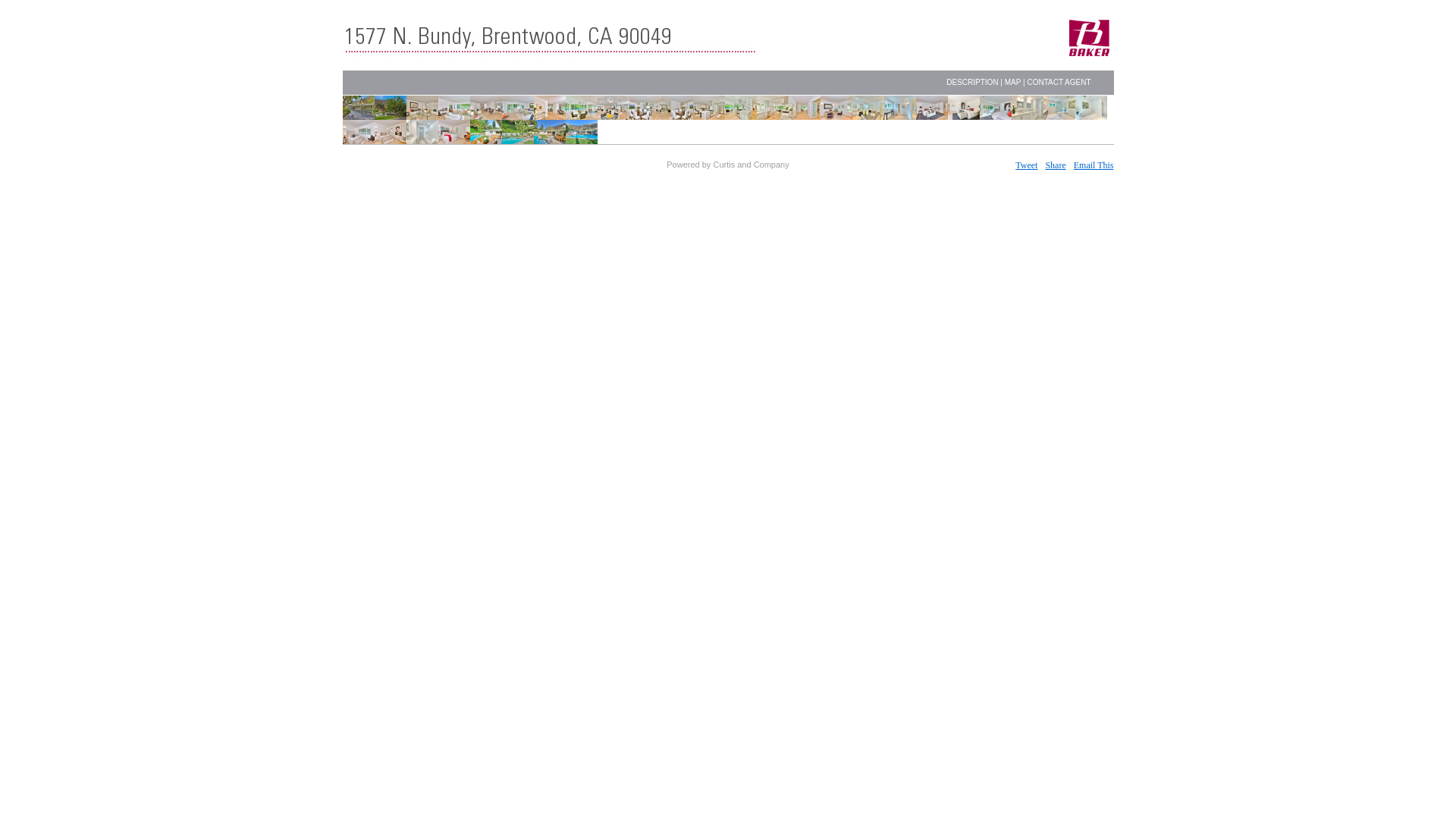 This screenshot has height=819, width=1456. Describe the element at coordinates (1043, 165) in the screenshot. I see `'Share'` at that location.